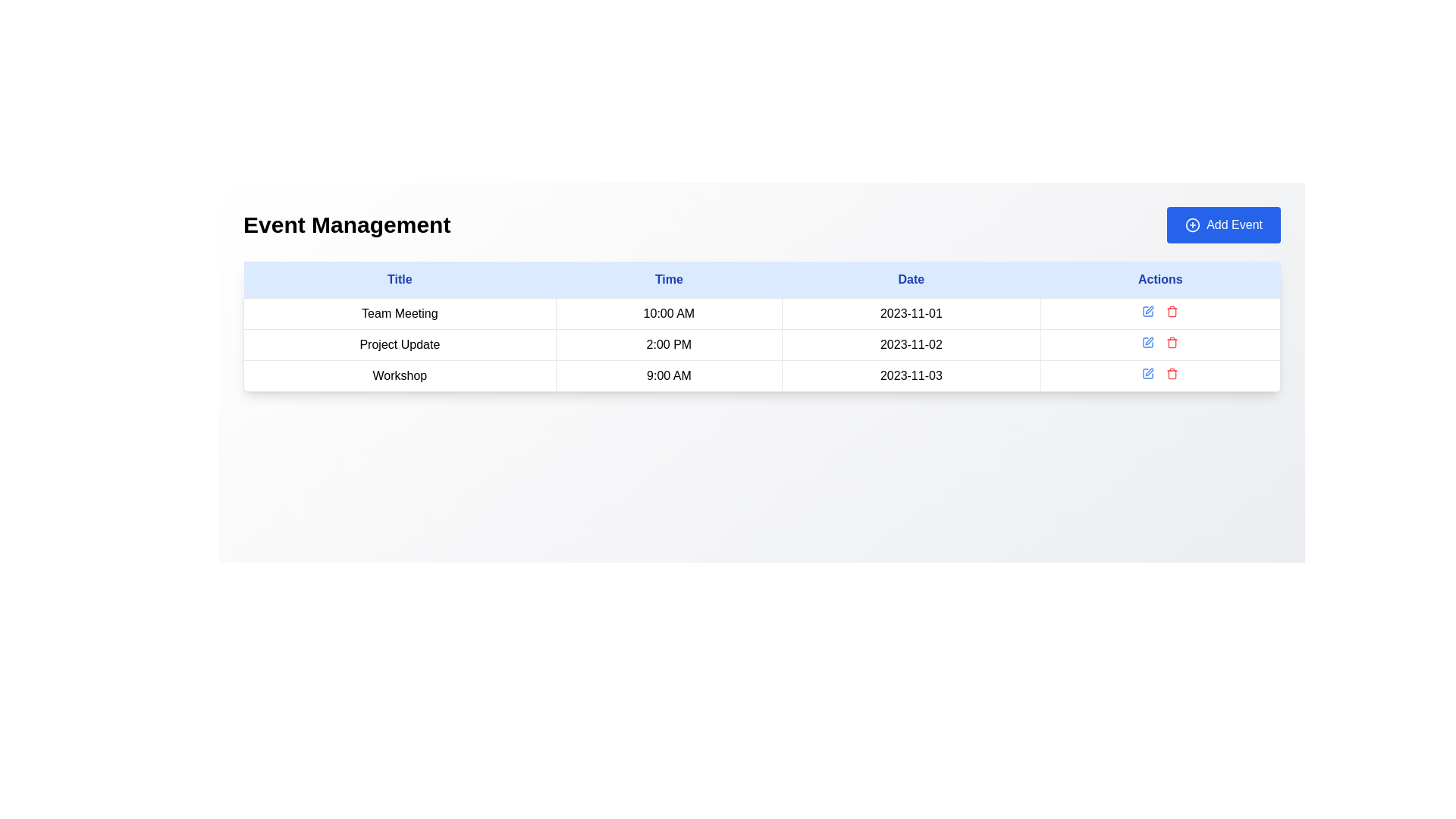  What do you see at coordinates (1159, 280) in the screenshot?
I see `the 'Actions' header label located in the rightmost cell of the table header, which indicates the content and function of the 'Actions' column` at bounding box center [1159, 280].